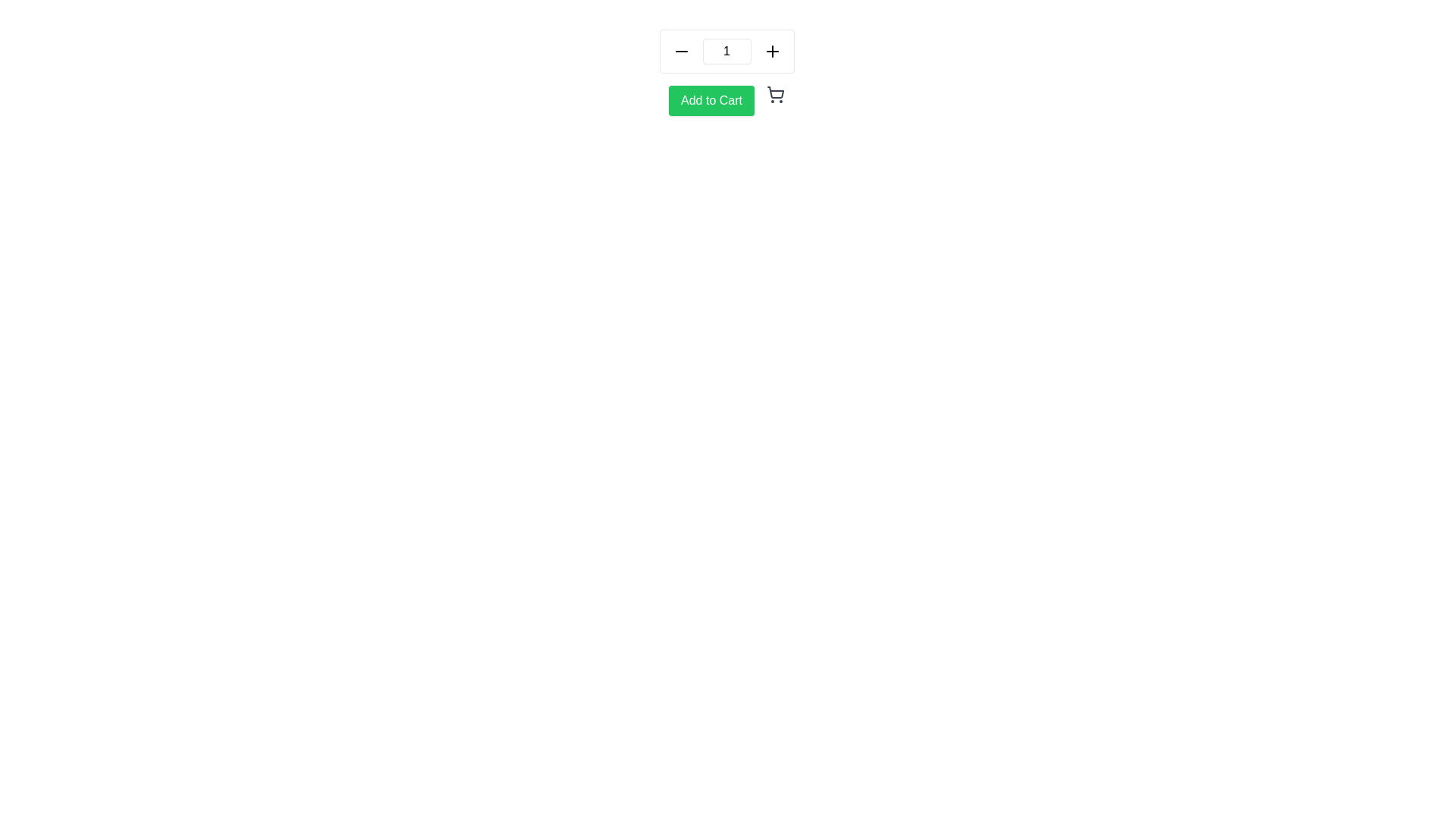  Describe the element at coordinates (772, 51) in the screenshot. I see `the rightmost button with a white background and a black plus icon to increase the value in the adjacent input field displaying the number '1'` at that location.